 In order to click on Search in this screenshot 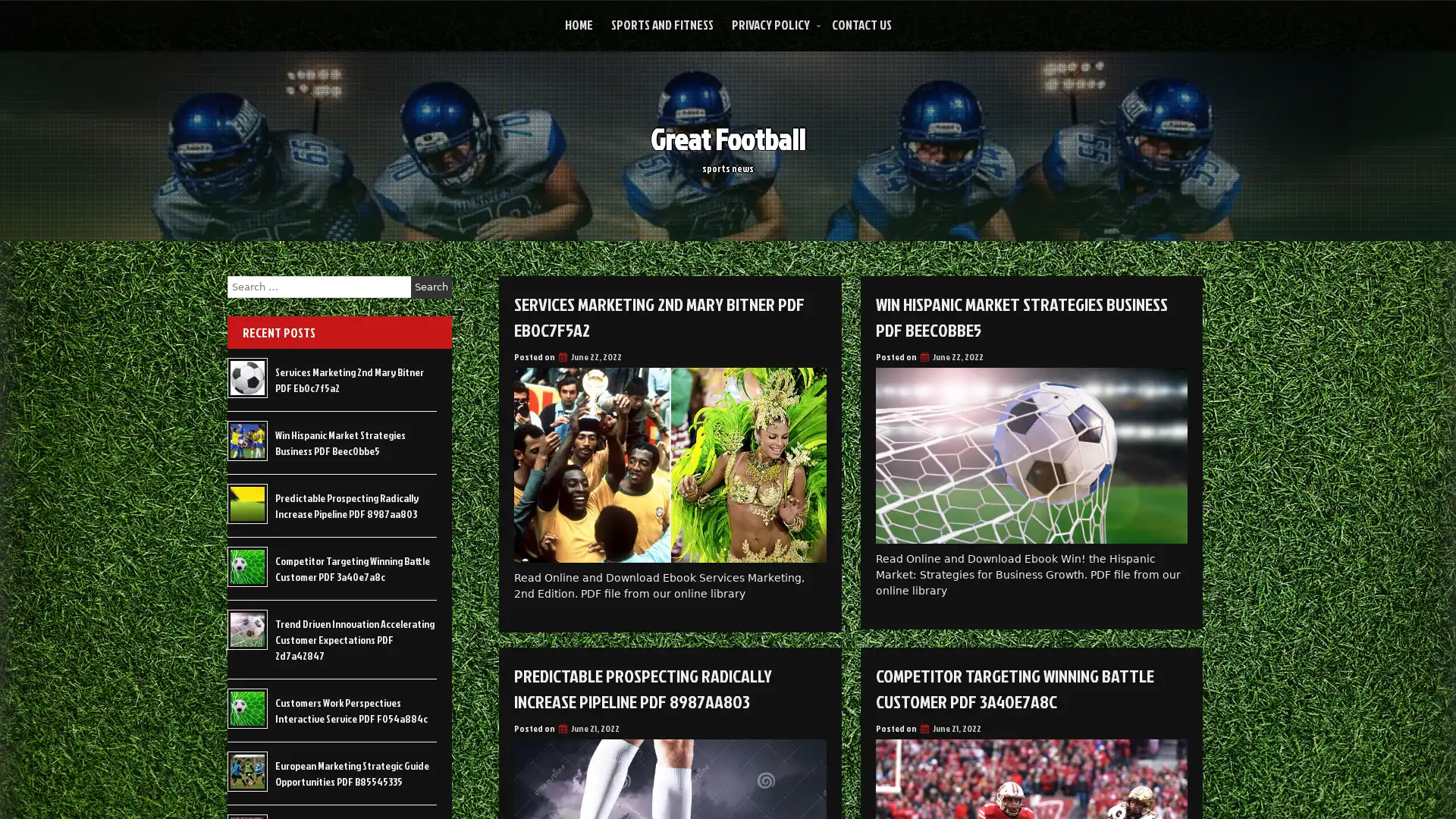, I will do `click(431, 287)`.